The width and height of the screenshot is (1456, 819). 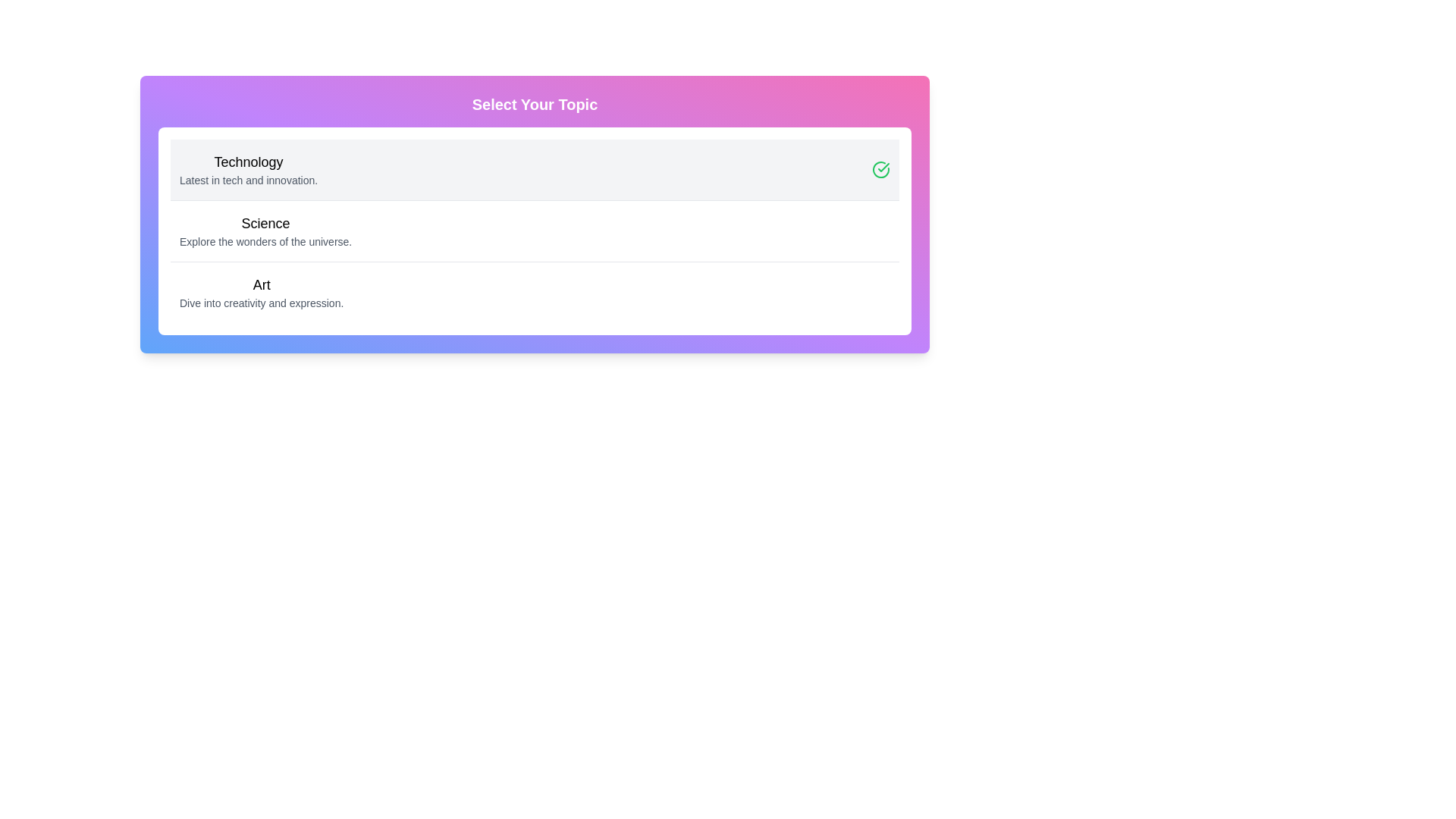 What do you see at coordinates (535, 292) in the screenshot?
I see `textual content block that contains 'Art' and 'Dive into creativity and expression.'` at bounding box center [535, 292].